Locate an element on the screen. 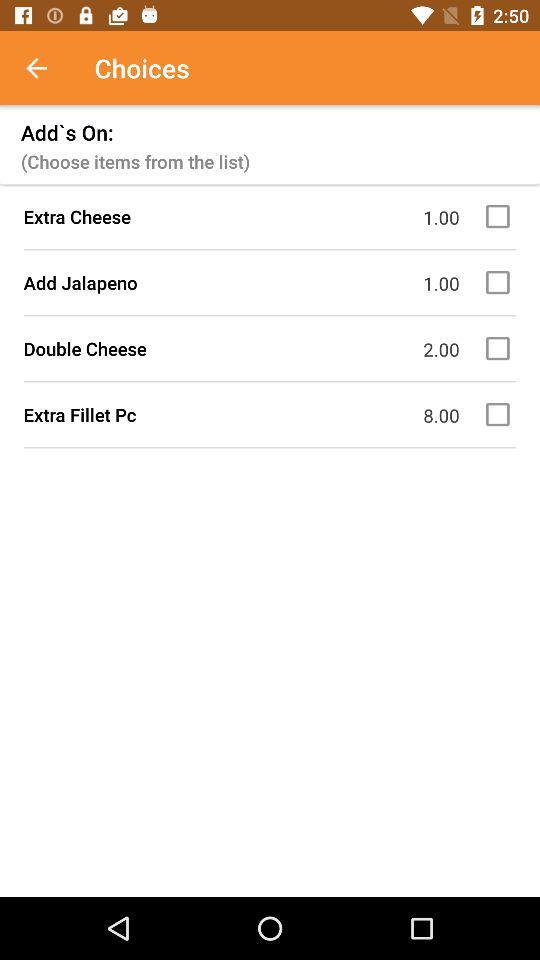  previous is located at coordinates (47, 68).